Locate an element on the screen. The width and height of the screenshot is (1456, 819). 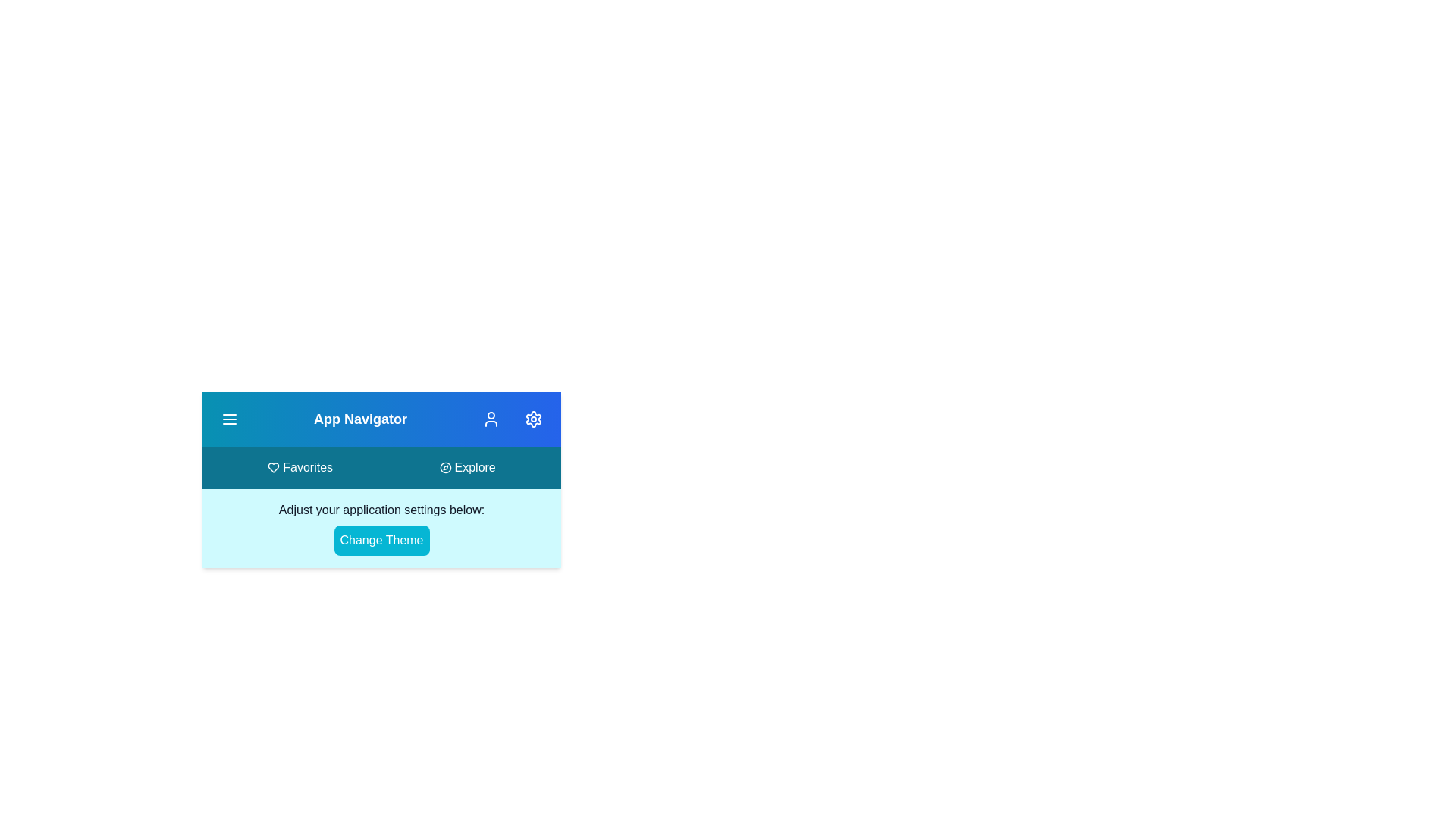
the 'Change Theme' button located at the bottom of the centered modal dialog titled 'App Navigator' is located at coordinates (381, 553).